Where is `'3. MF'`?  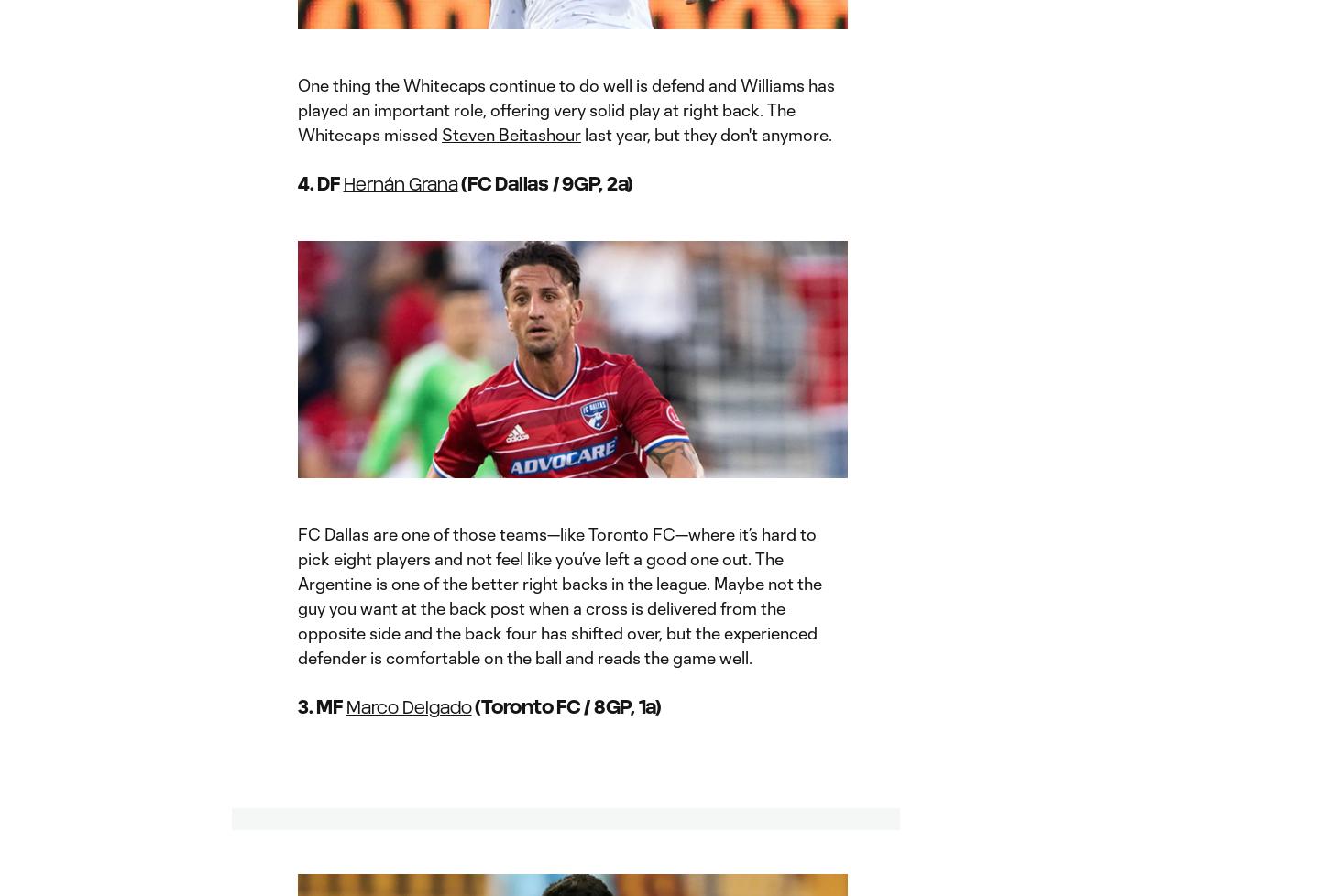
'3. MF' is located at coordinates (322, 705).